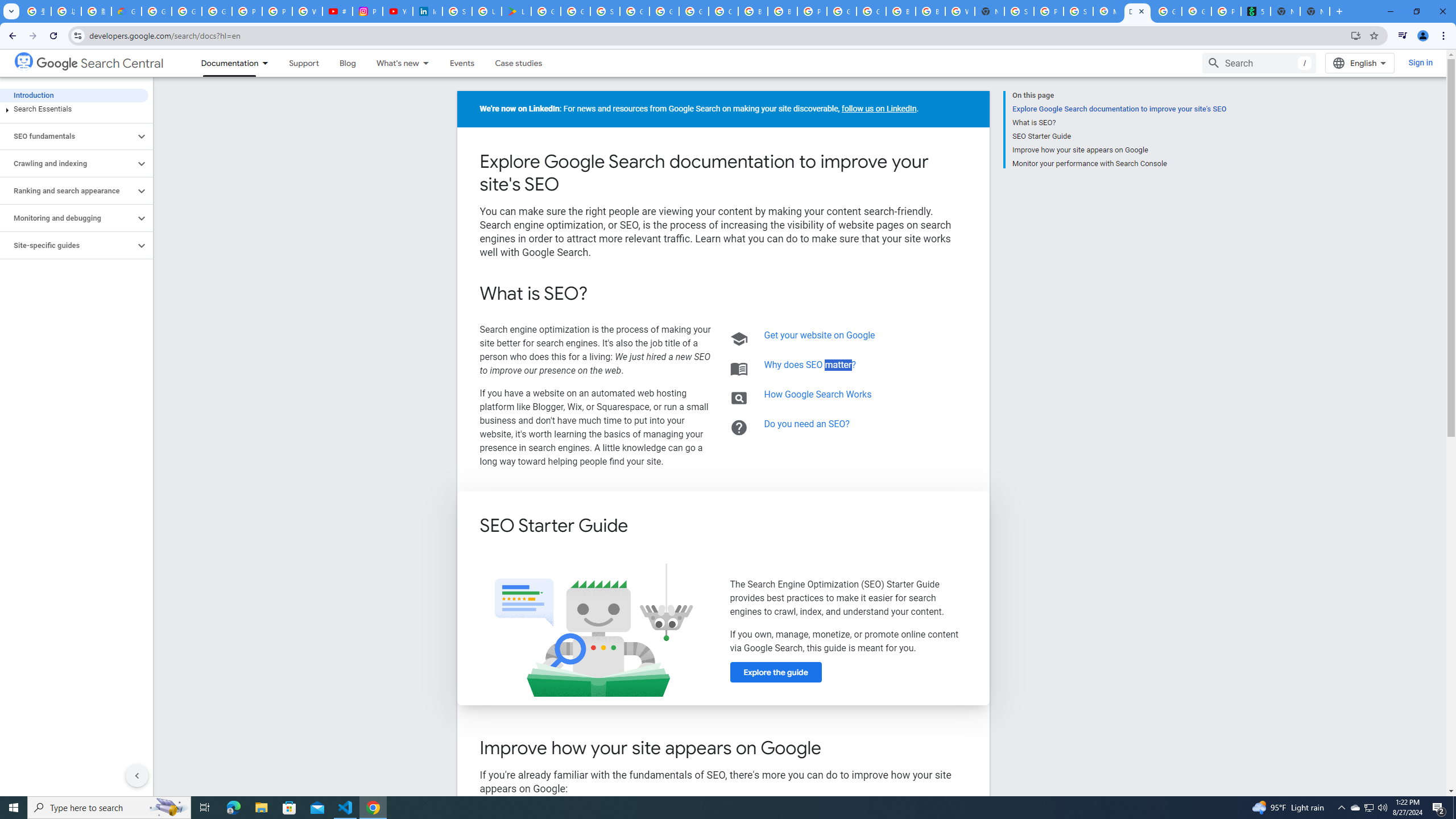 This screenshot has height=819, width=1456. Describe the element at coordinates (643, 527) in the screenshot. I see `'Copy link to this section: SEO Starter Guide '` at that location.